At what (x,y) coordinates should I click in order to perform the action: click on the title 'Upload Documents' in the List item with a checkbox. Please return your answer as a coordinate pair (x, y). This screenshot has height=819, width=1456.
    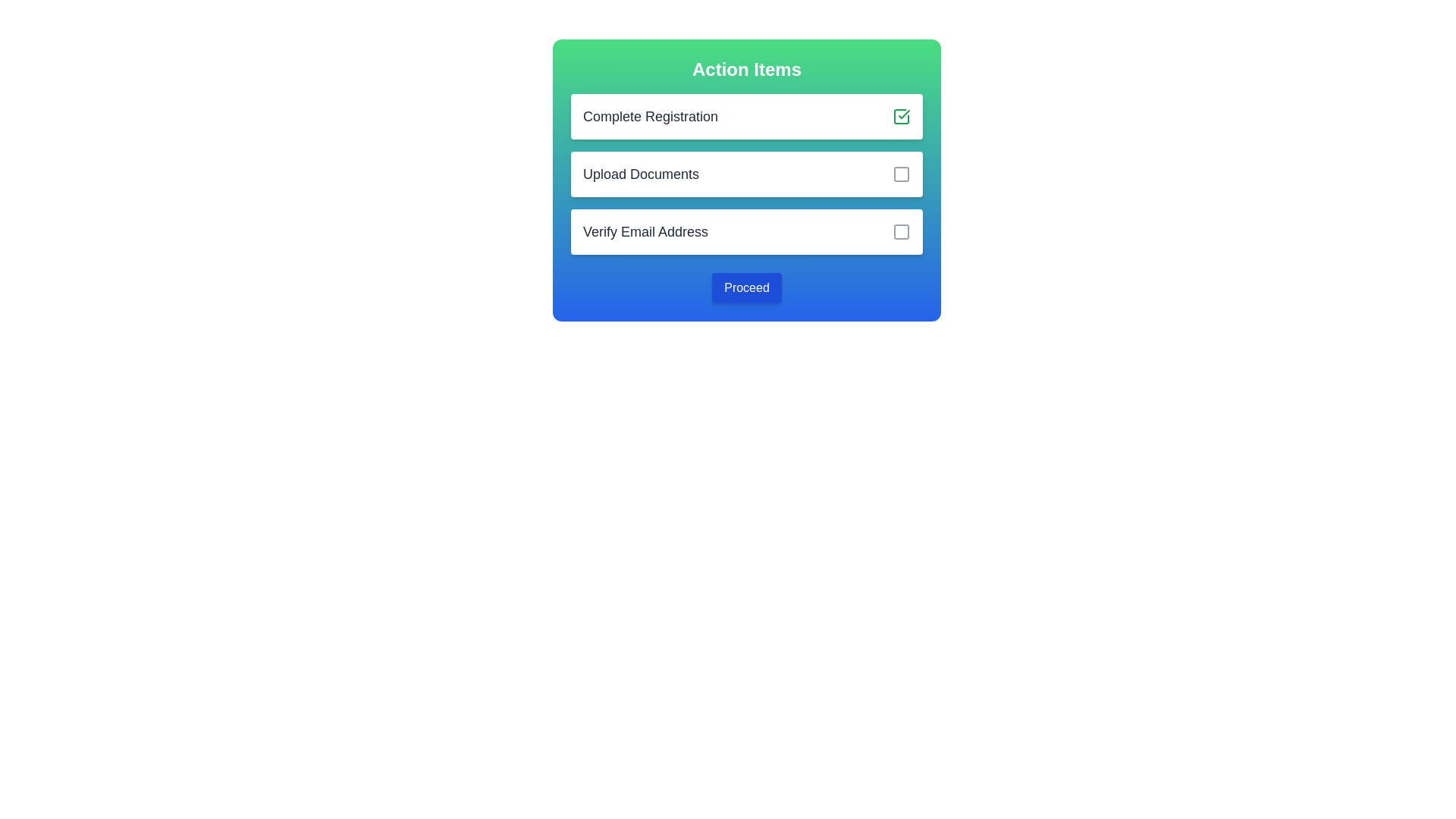
    Looking at the image, I should click on (746, 174).